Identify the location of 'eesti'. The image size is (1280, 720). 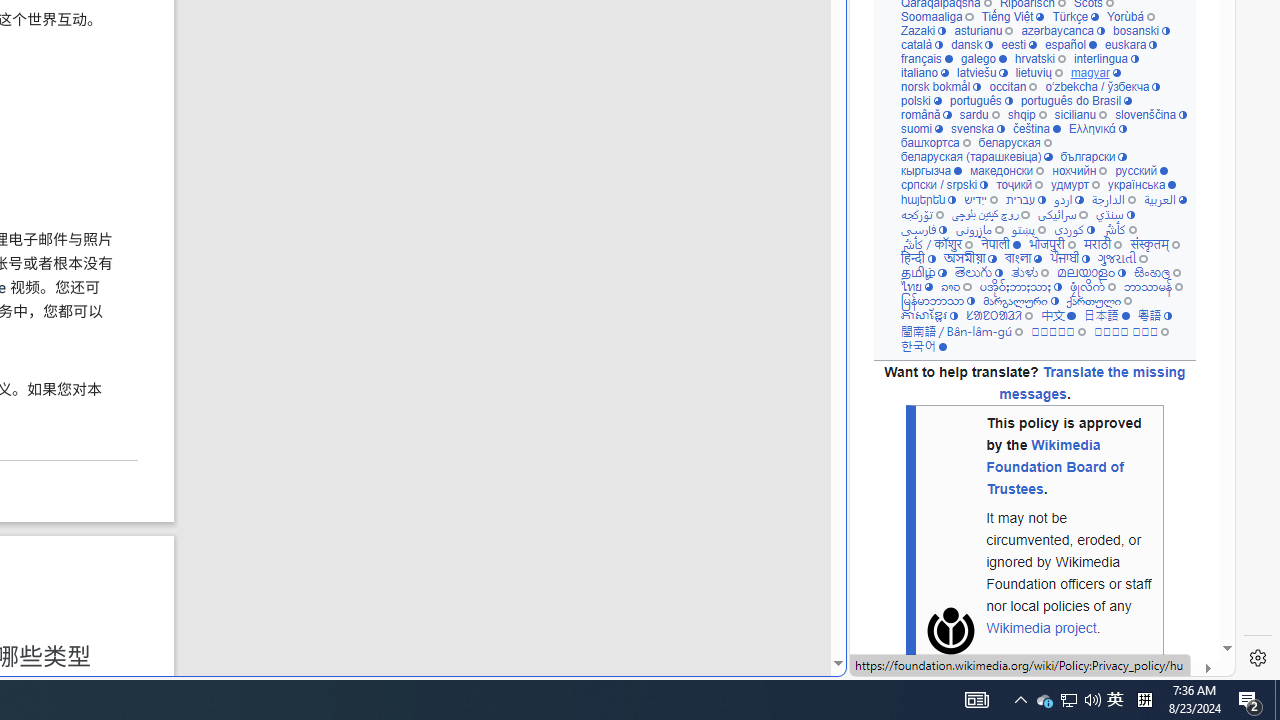
(1018, 45).